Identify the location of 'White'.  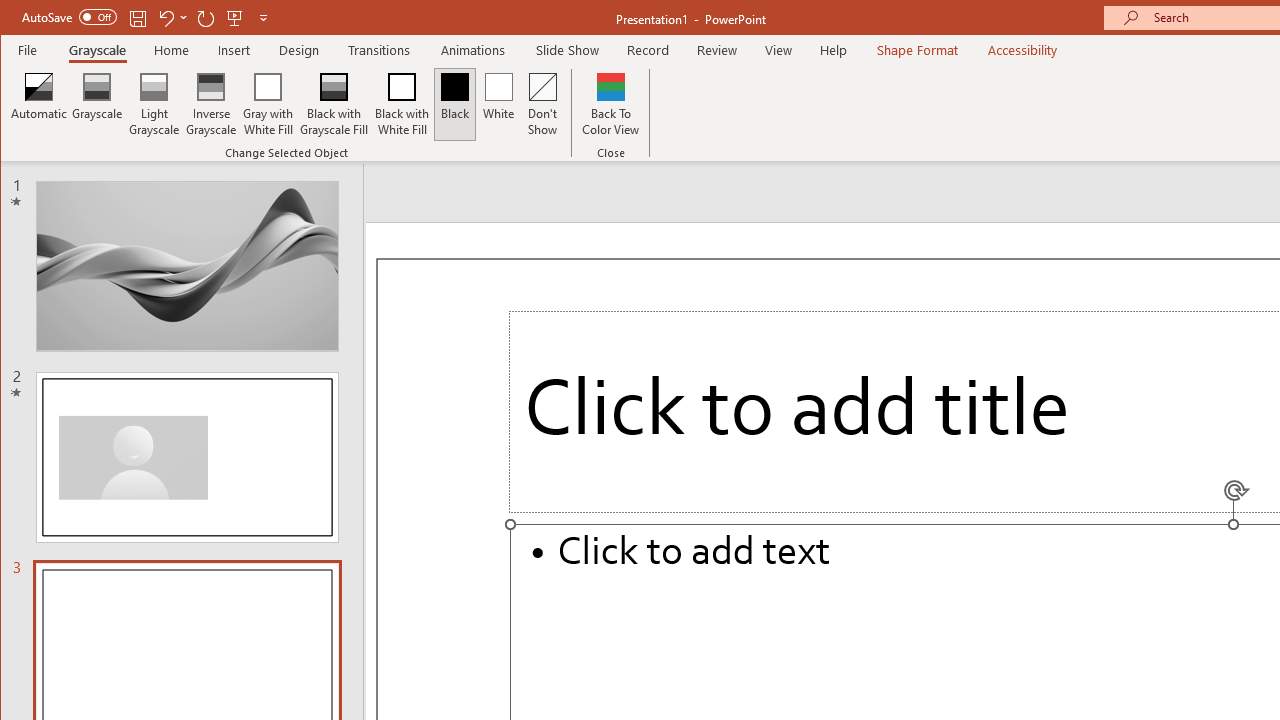
(498, 104).